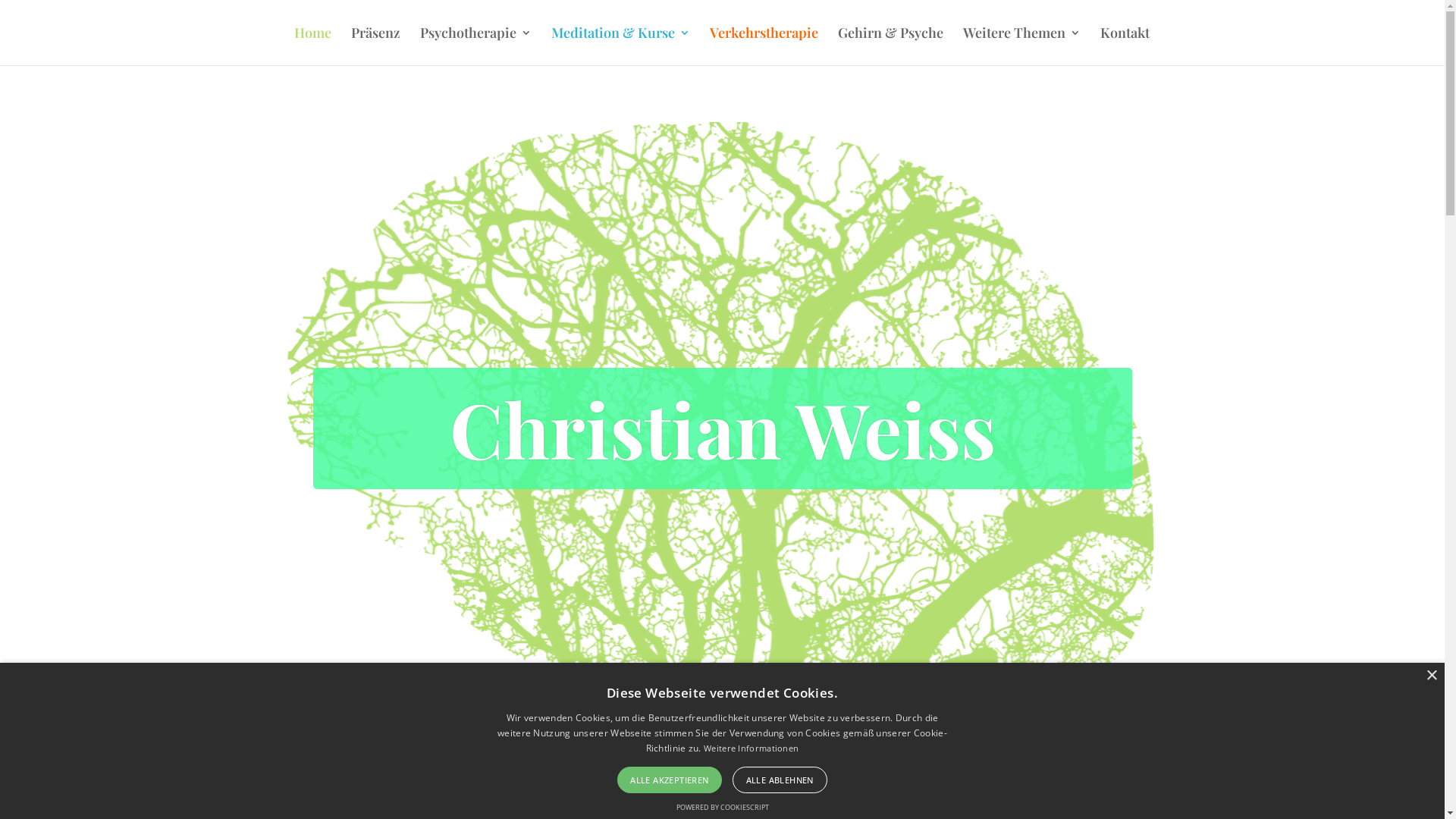 The width and height of the screenshot is (1456, 819). What do you see at coordinates (722, 806) in the screenshot?
I see `'POWERED BY COOKIESCRIPT'` at bounding box center [722, 806].